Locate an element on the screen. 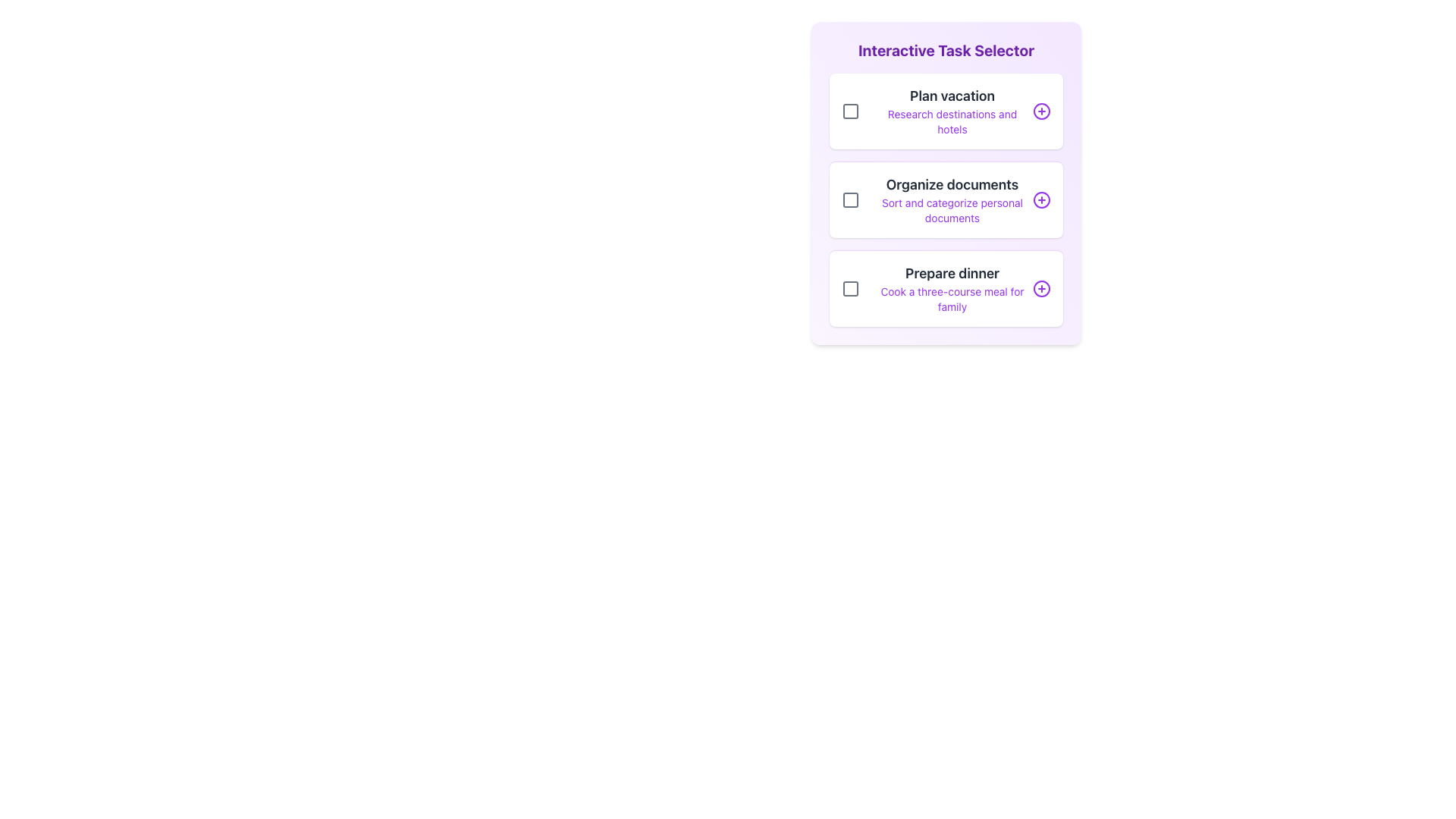 The image size is (1456, 819). the button located at the far-right side of the 'Plan vacation' task card is located at coordinates (1040, 110).